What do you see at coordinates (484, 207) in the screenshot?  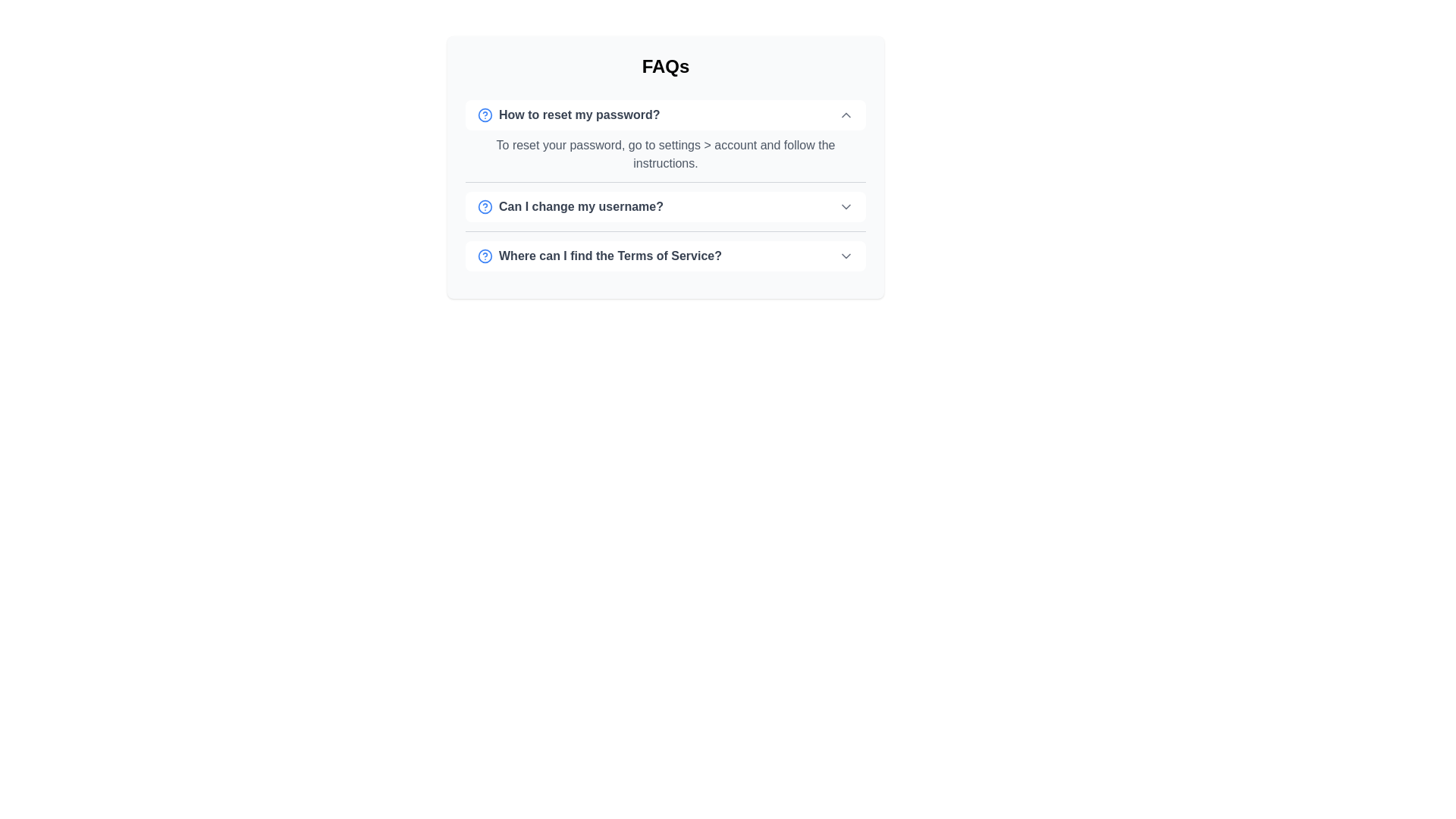 I see `the appearance of the decorative icon positioned adjacent to the second FAQ entry in the FAQ section` at bounding box center [484, 207].